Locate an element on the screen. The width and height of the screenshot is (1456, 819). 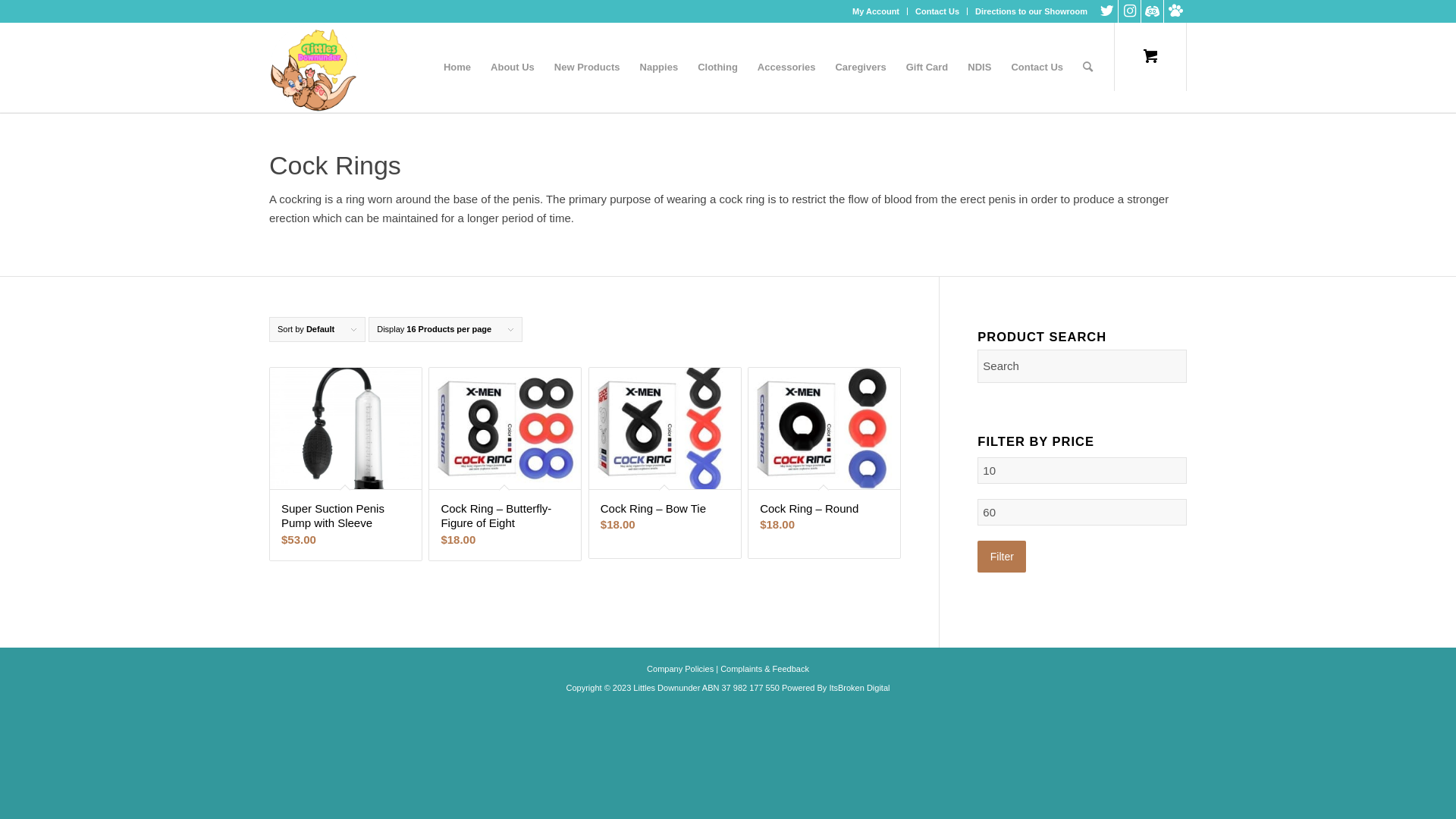
'Directions to our Showroom' is located at coordinates (1031, 11).